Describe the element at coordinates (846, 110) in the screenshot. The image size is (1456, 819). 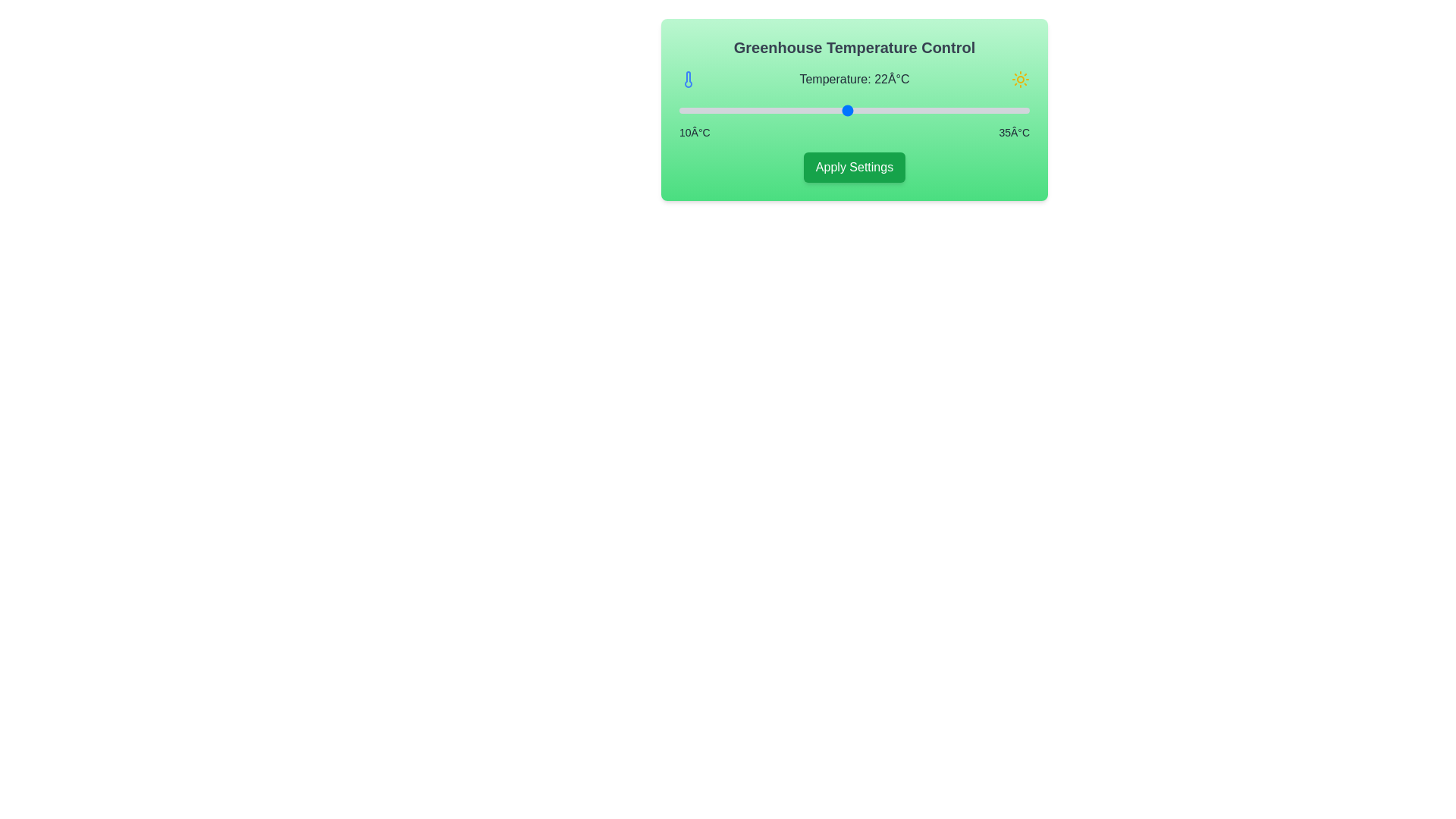
I see `the temperature slider to 22°C` at that location.